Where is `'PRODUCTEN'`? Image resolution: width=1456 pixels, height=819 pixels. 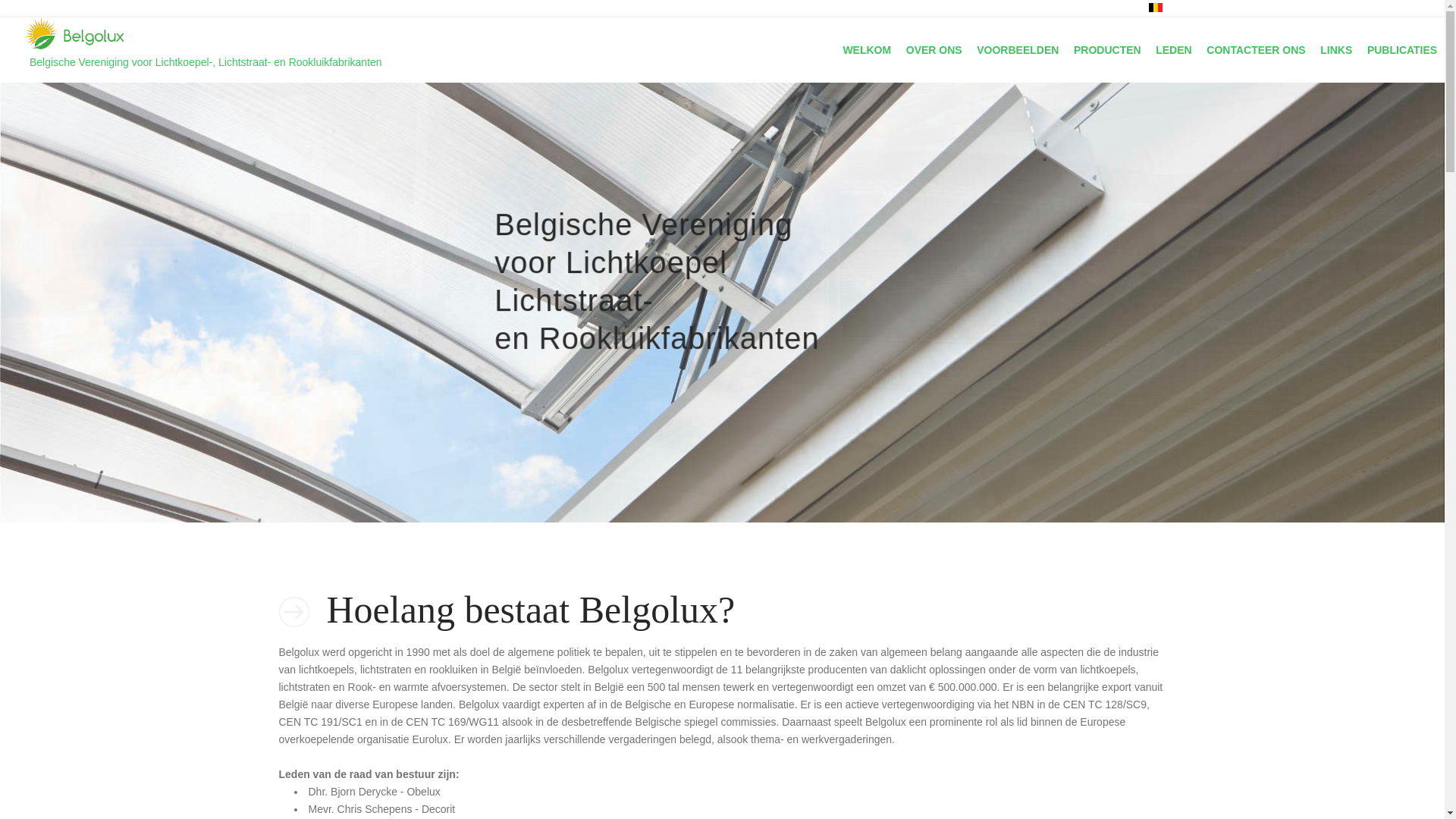
'PRODUCTEN' is located at coordinates (1106, 49).